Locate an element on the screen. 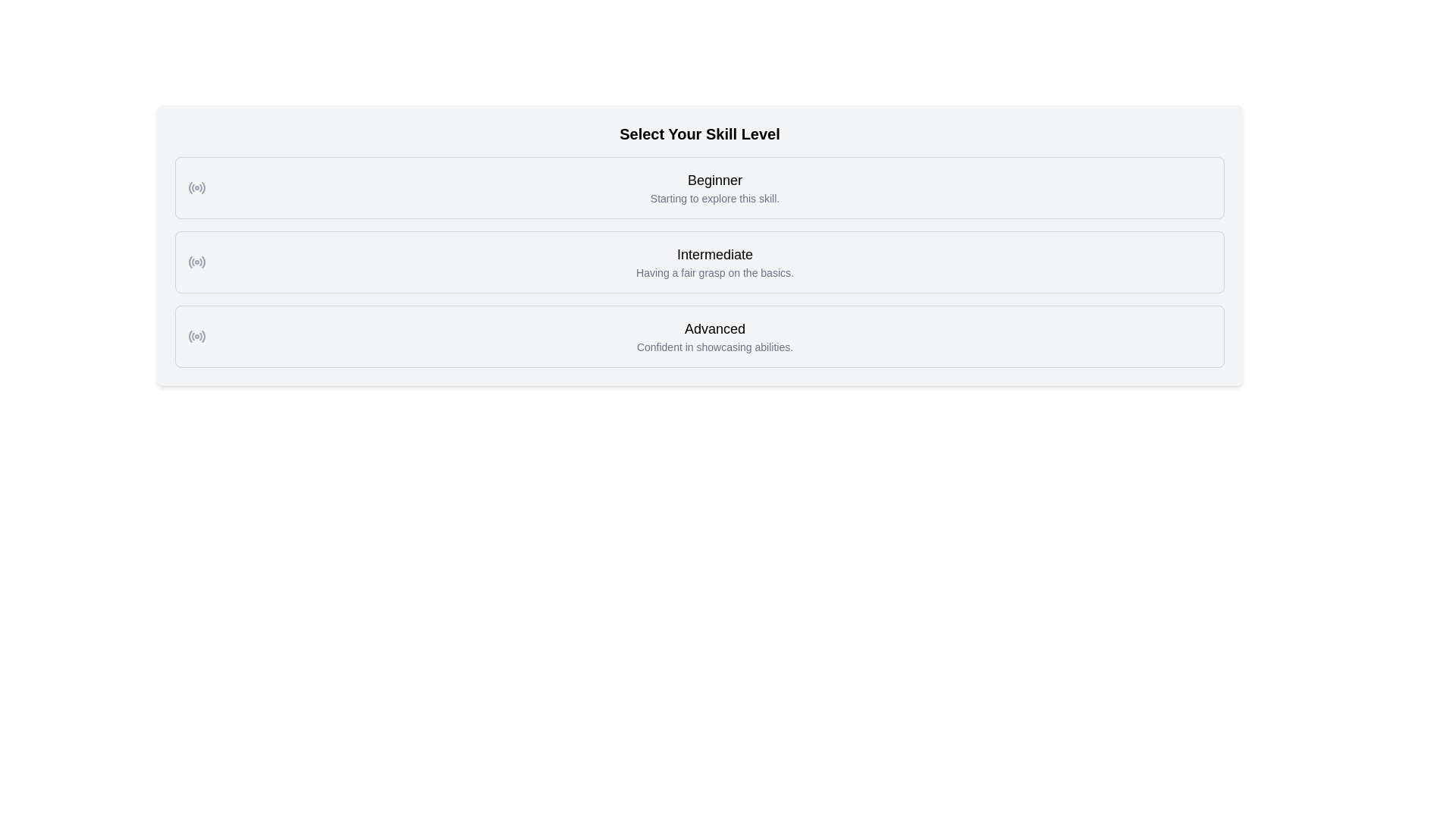  text displayed in the Text Display area that shows 'Confident in showcasing abilities.' located below the 'Advanced' heading is located at coordinates (714, 347).